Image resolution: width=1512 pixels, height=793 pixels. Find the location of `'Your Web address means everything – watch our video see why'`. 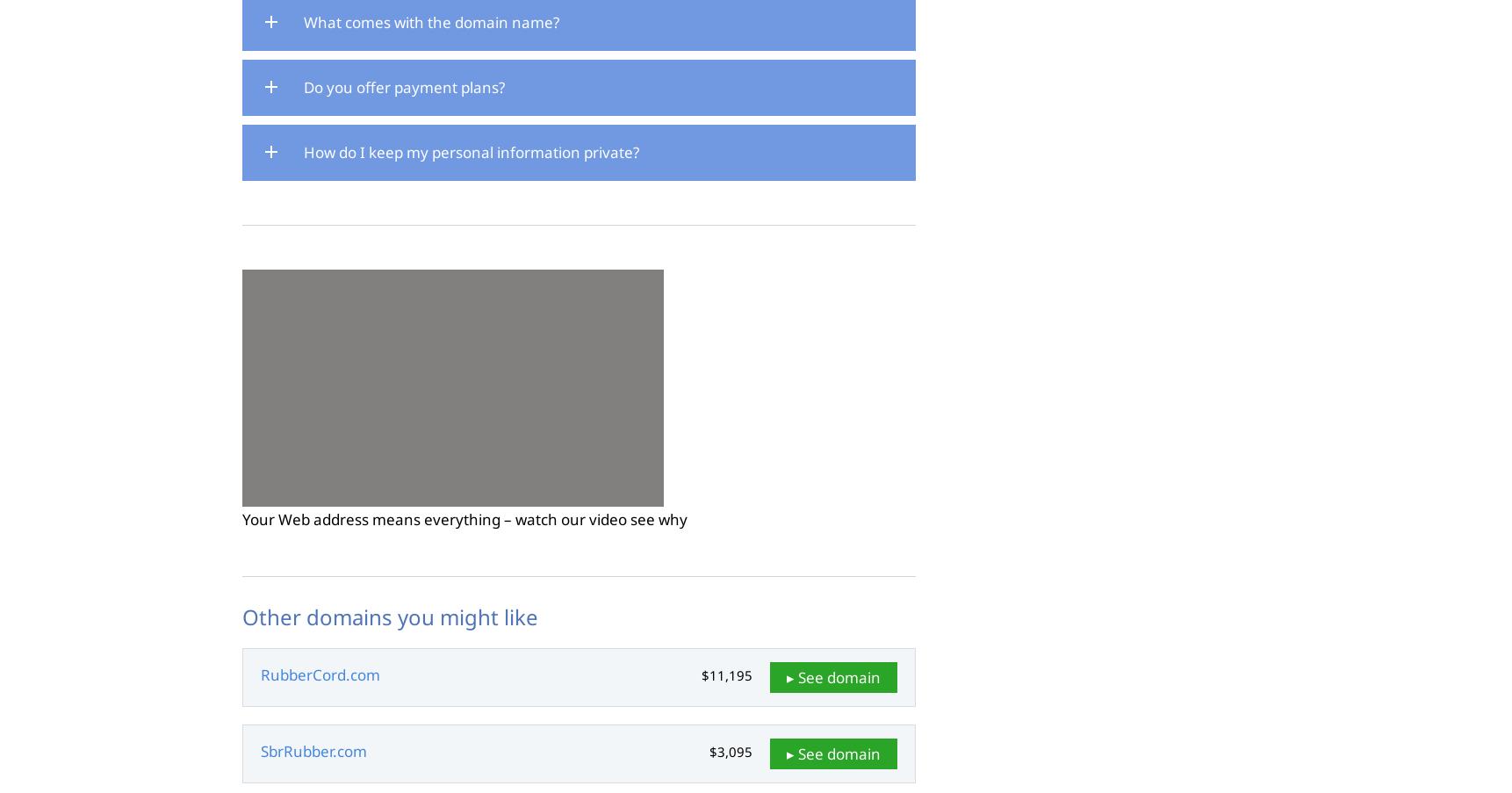

'Your Web address means everything – watch our video see why' is located at coordinates (464, 518).